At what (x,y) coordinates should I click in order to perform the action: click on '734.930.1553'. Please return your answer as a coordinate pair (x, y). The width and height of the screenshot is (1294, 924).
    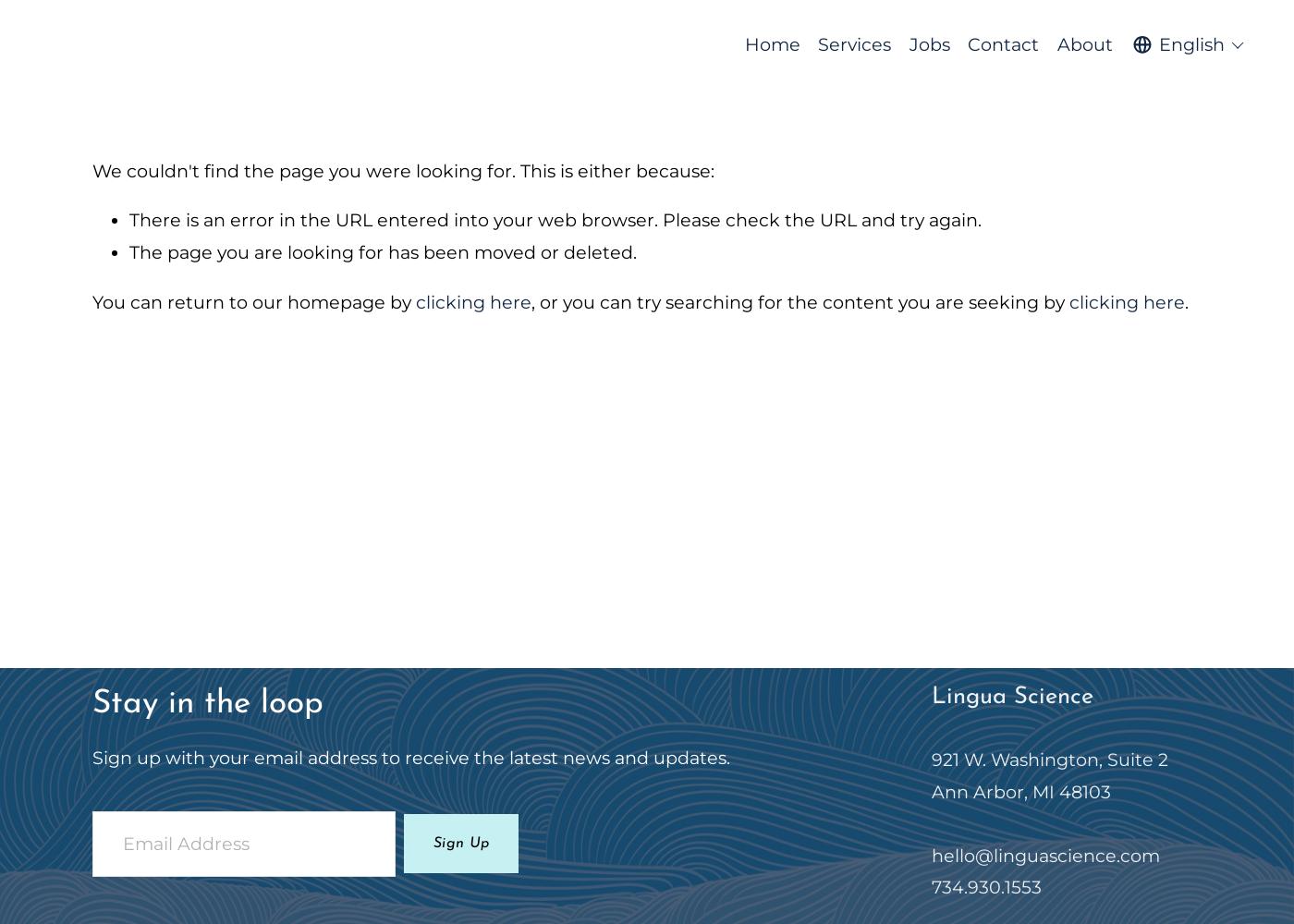
    Looking at the image, I should click on (989, 886).